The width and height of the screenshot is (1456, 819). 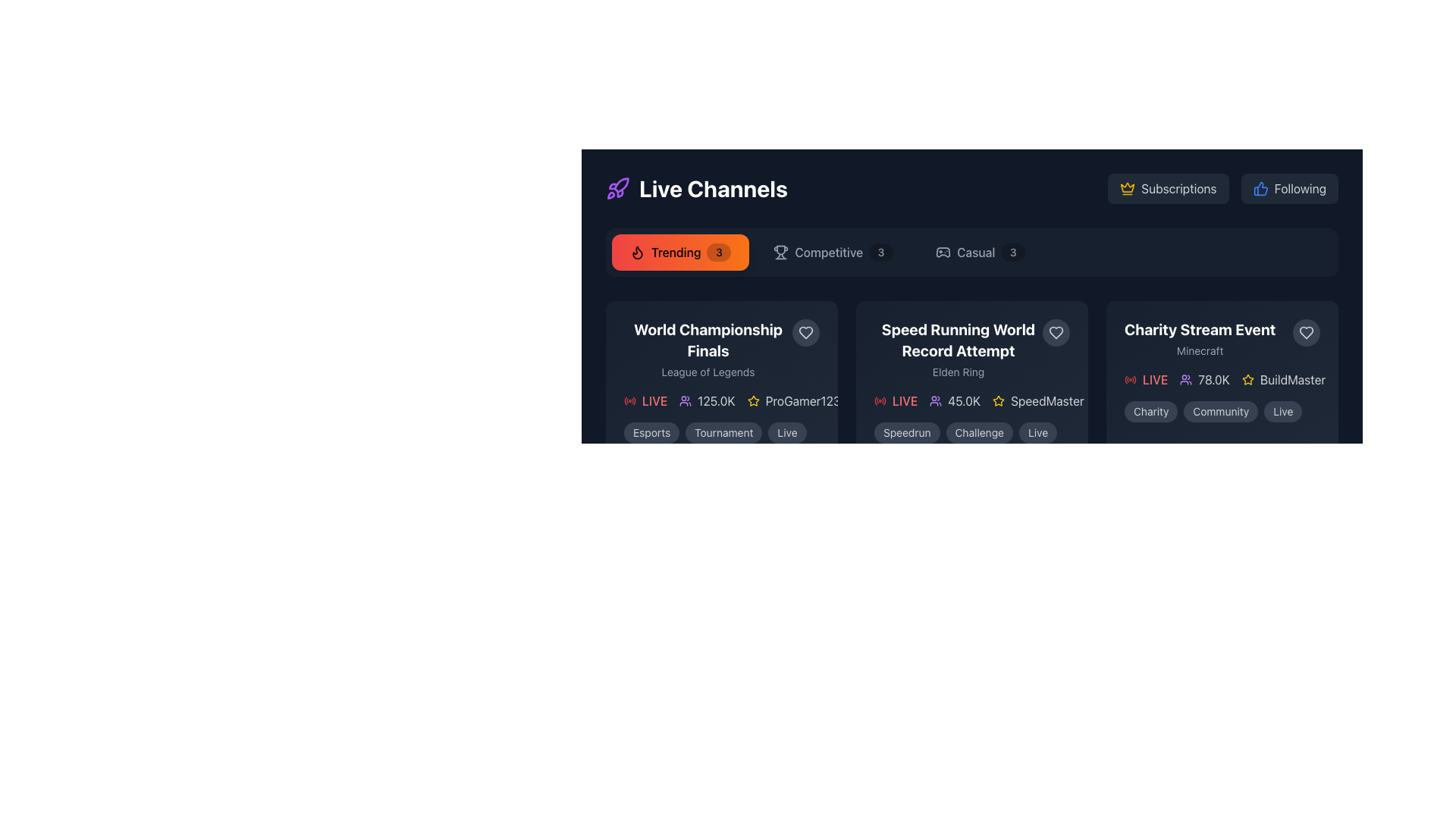 What do you see at coordinates (723, 432) in the screenshot?
I see `text of the pill-shaped label displaying 'Tournament', which is located in the bottom-left section of a card layout, between the 'Esports' and 'Live' tags` at bounding box center [723, 432].